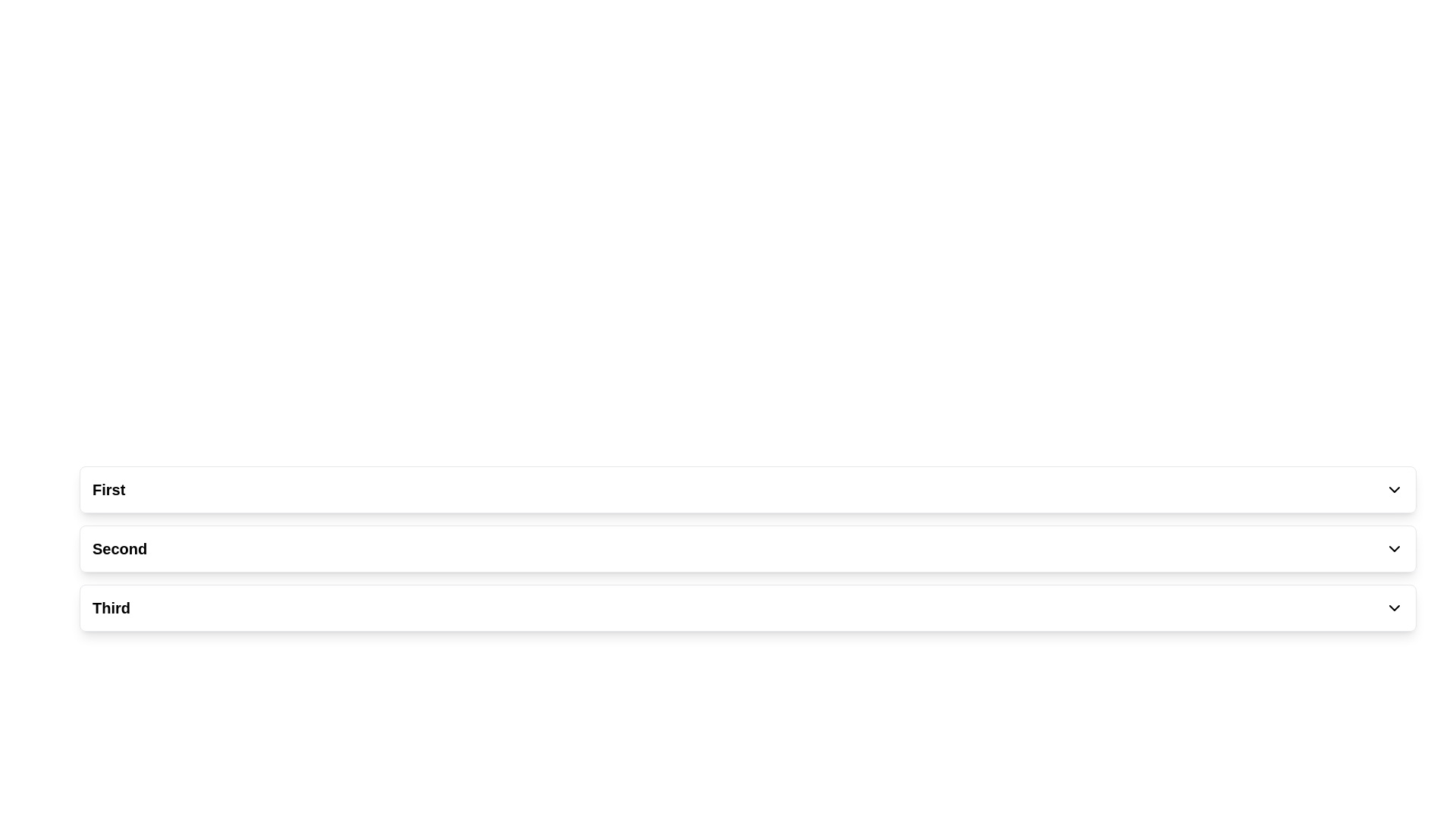 The image size is (1456, 819). Describe the element at coordinates (119, 549) in the screenshot. I see `the main label or title of the second row, which is positioned between the elements labeled 'First' above and 'Third' below` at that location.